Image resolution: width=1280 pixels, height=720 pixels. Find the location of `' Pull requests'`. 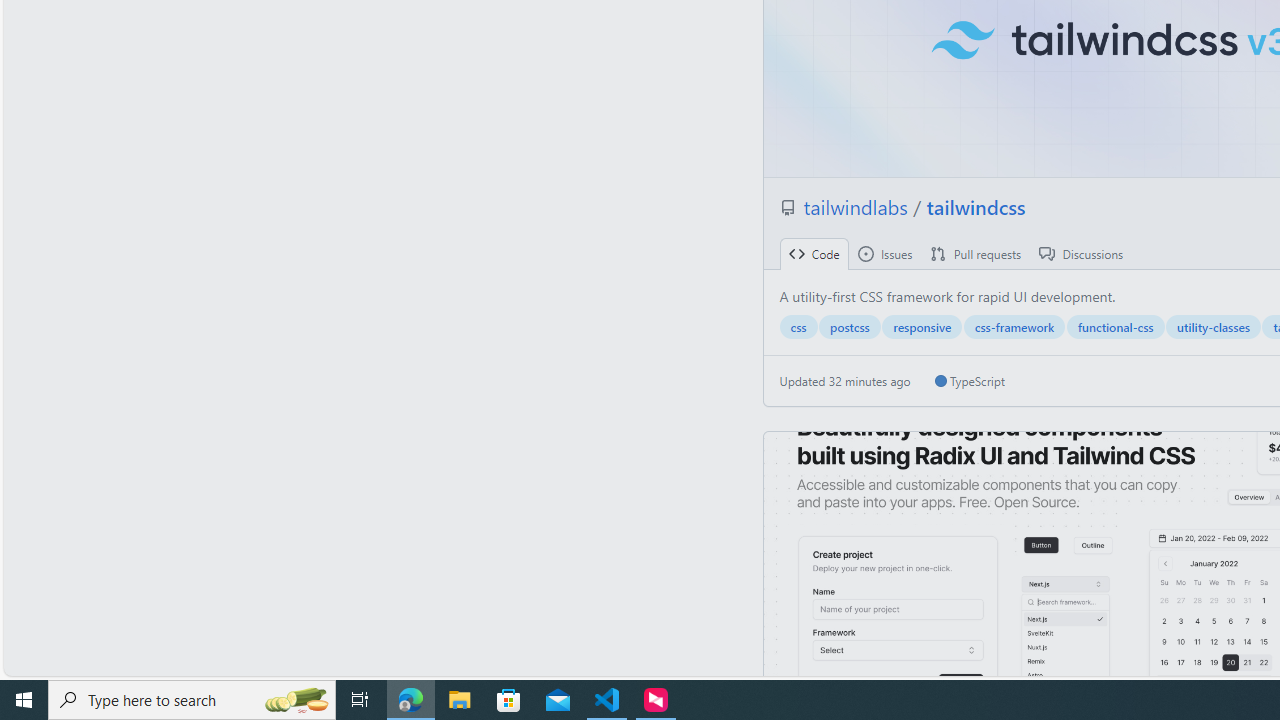

' Pull requests' is located at coordinates (976, 253).